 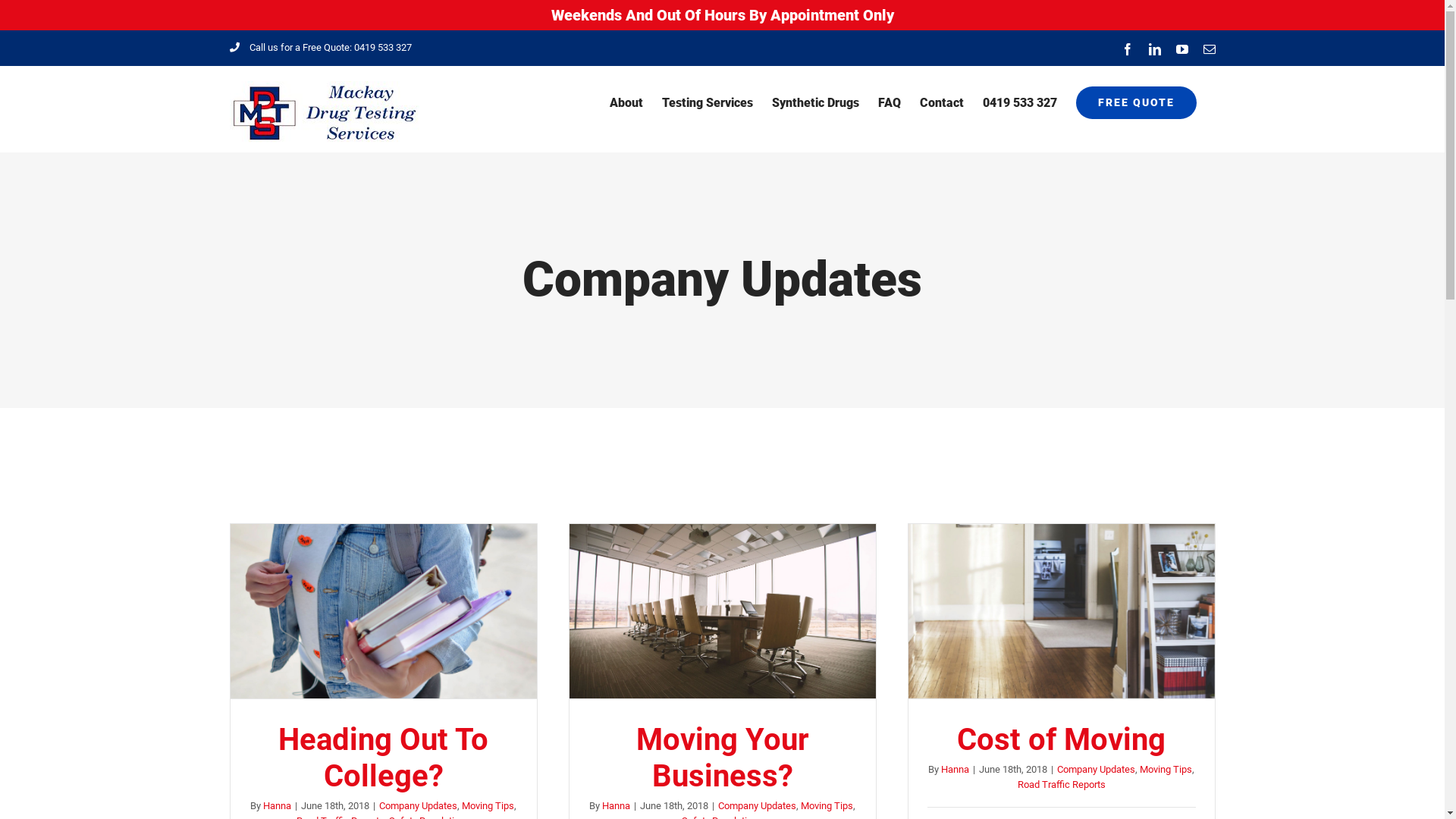 I want to click on 'LinkedIn', so click(x=1153, y=48).